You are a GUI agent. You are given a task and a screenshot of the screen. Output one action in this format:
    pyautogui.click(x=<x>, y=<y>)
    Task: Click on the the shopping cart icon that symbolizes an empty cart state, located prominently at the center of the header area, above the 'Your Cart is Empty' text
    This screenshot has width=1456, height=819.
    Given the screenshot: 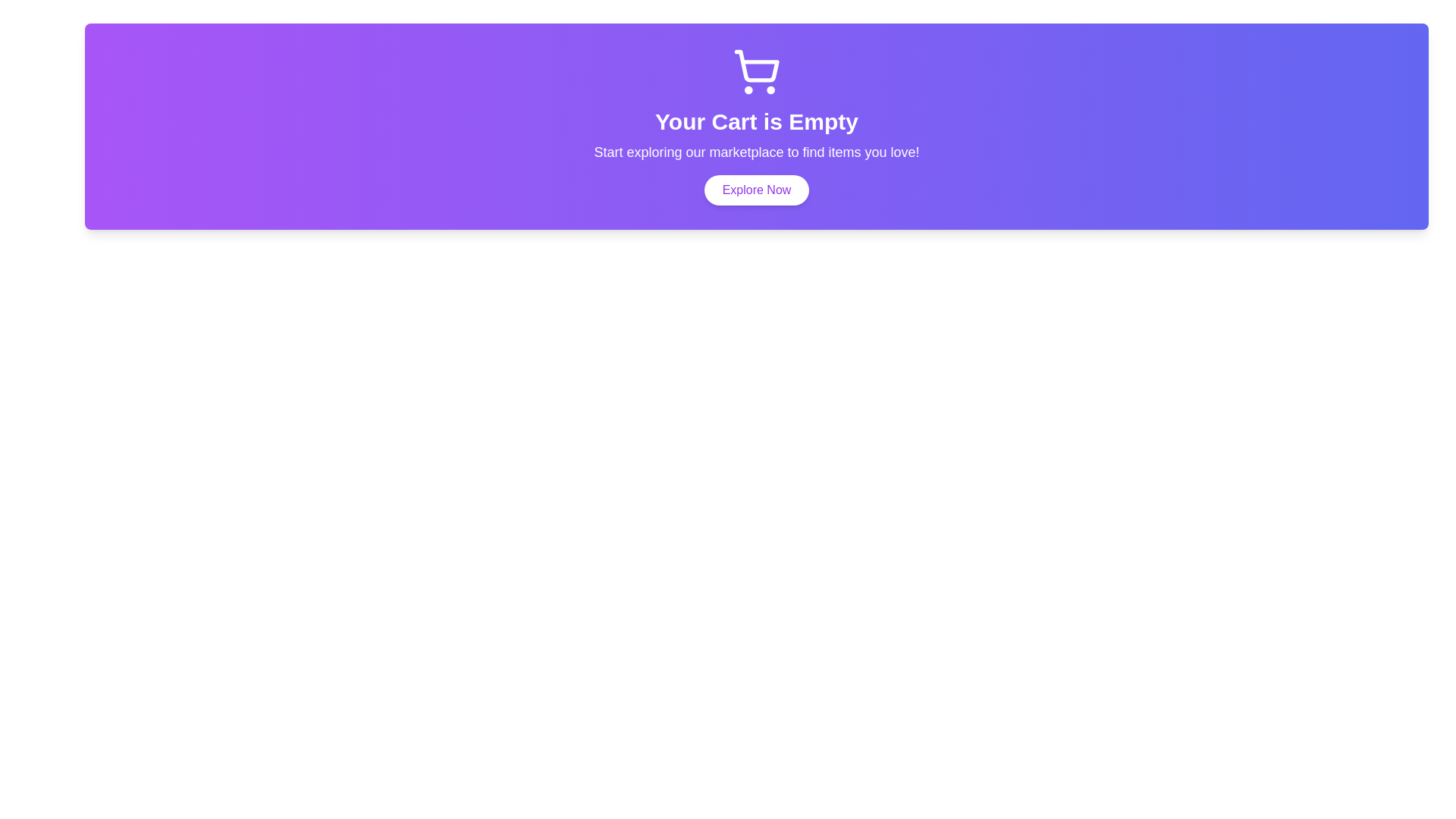 What is the action you would take?
    pyautogui.click(x=757, y=65)
    